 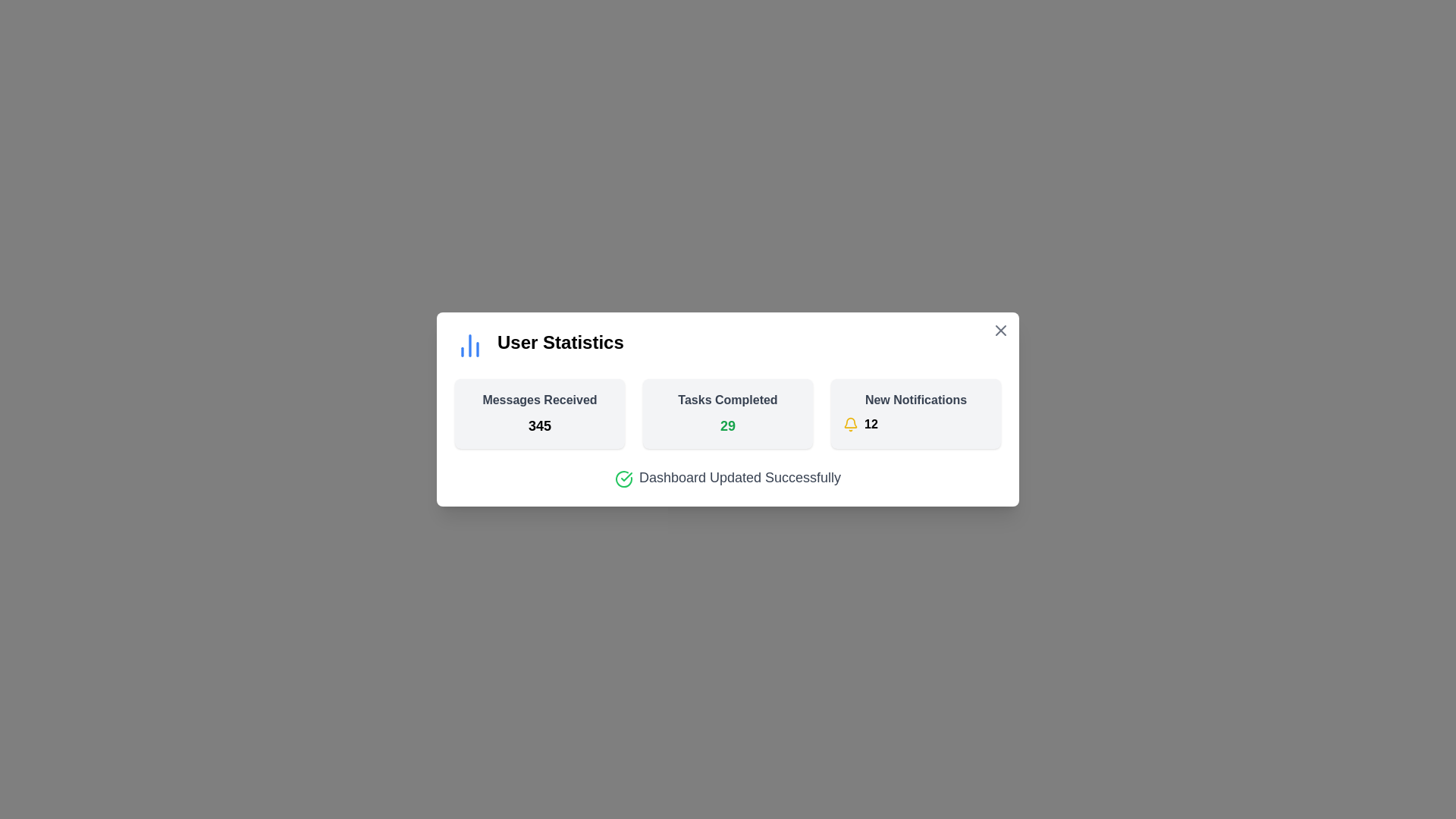 I want to click on the Text label (numeric display) that shows the count of messages received, which is positioned below the 'Messages Received' label, so click(x=539, y=426).